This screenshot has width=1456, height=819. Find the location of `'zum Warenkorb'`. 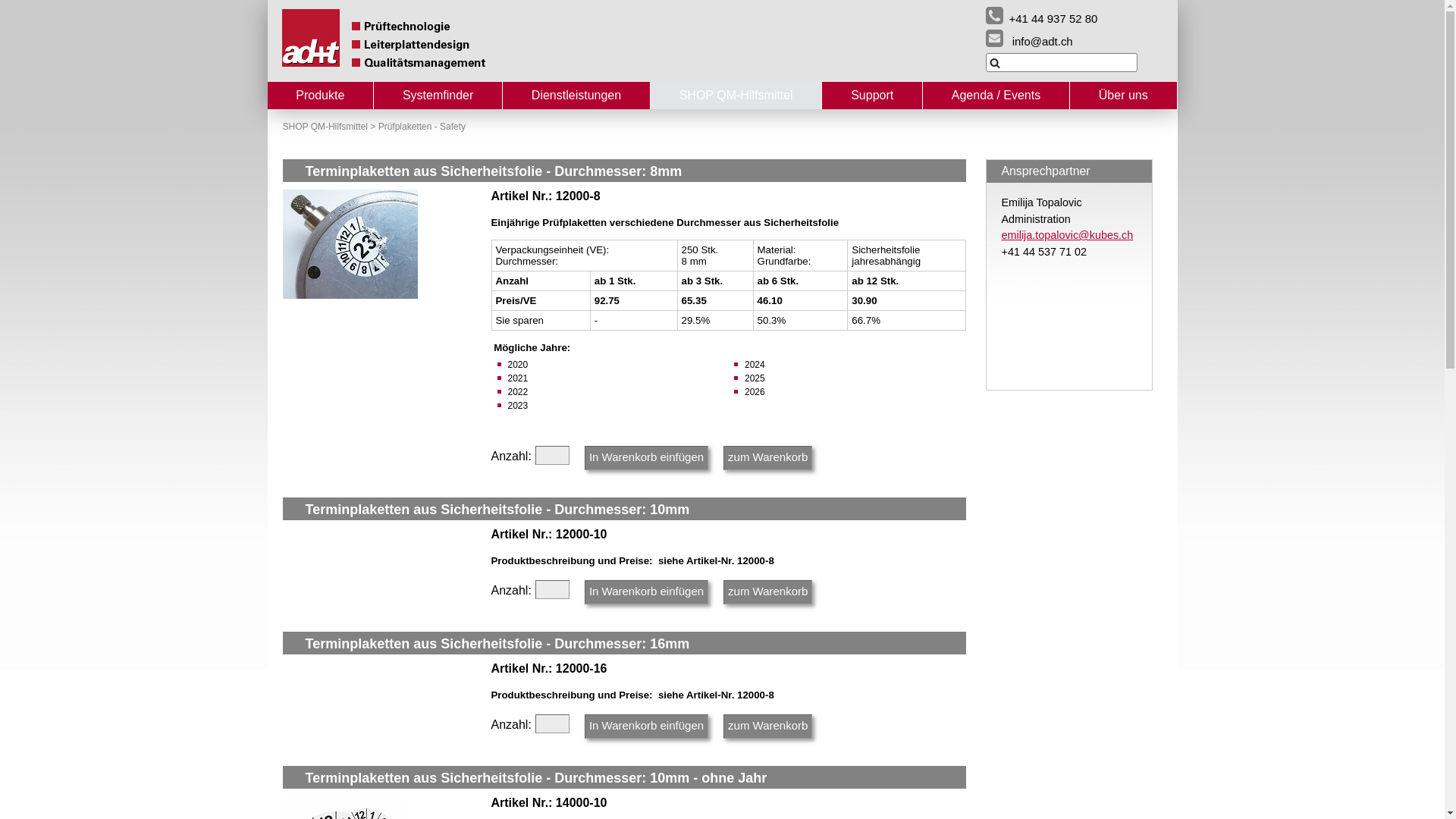

'zum Warenkorb' is located at coordinates (767, 591).